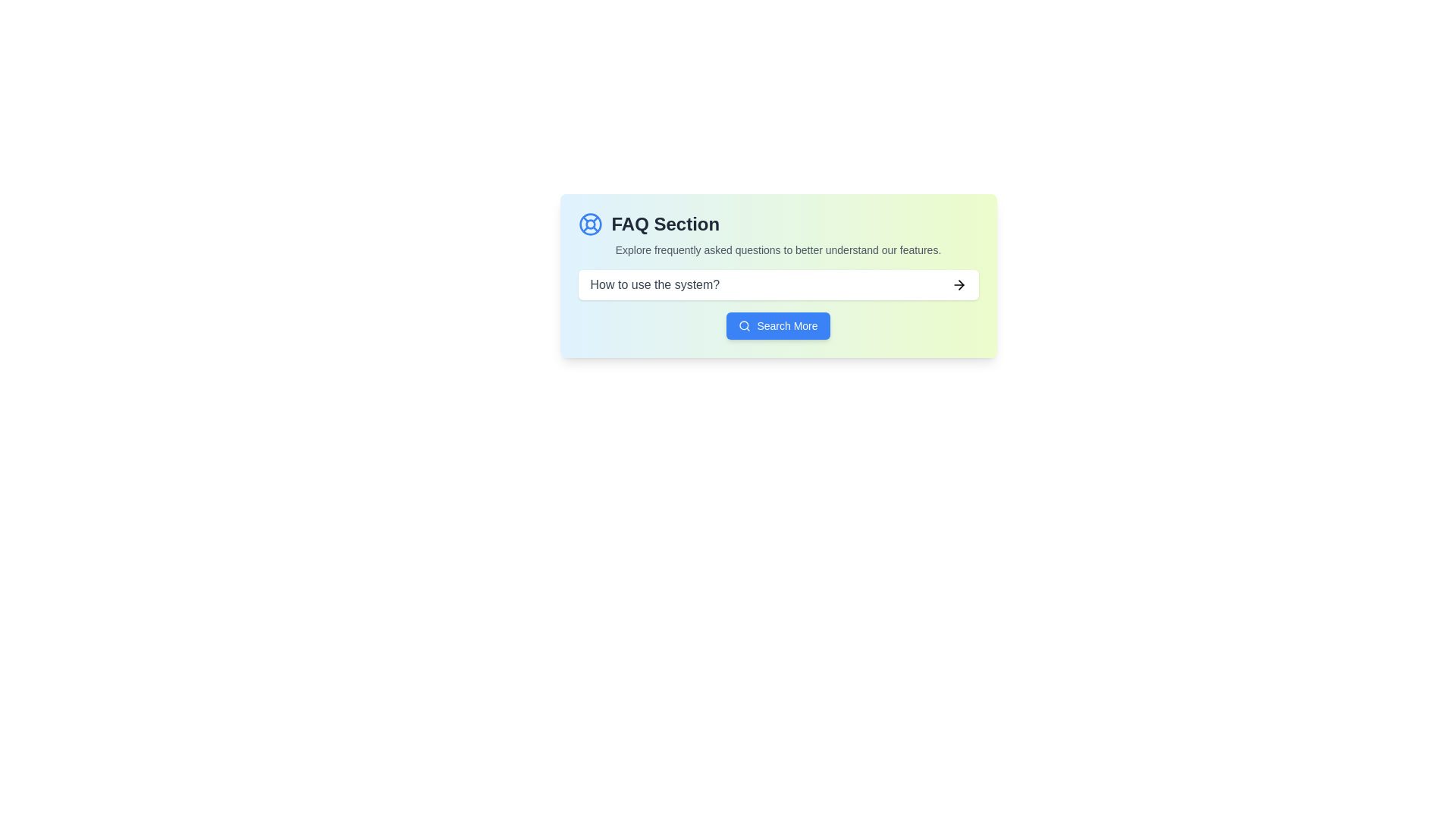 The width and height of the screenshot is (1456, 819). What do you see at coordinates (778, 325) in the screenshot?
I see `the blue rectangular button with rounded outline labeled 'Search More', located in the 'FAQ Section' box, to initiate the search action` at bounding box center [778, 325].